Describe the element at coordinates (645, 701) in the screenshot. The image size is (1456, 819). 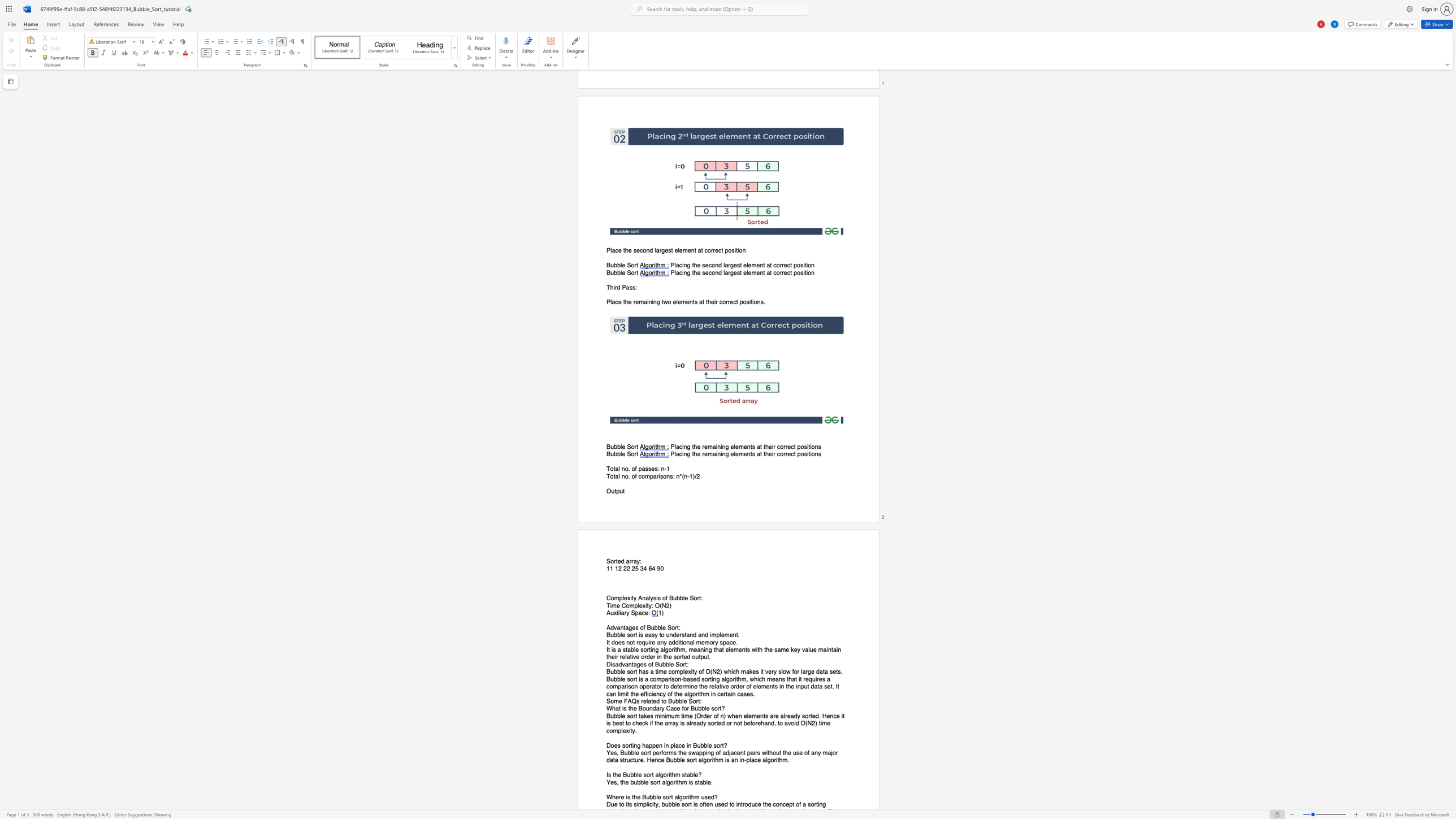
I see `the subset text "lated to Bubble So" within the text "Some FAQs related to Bubble Sort:"` at that location.